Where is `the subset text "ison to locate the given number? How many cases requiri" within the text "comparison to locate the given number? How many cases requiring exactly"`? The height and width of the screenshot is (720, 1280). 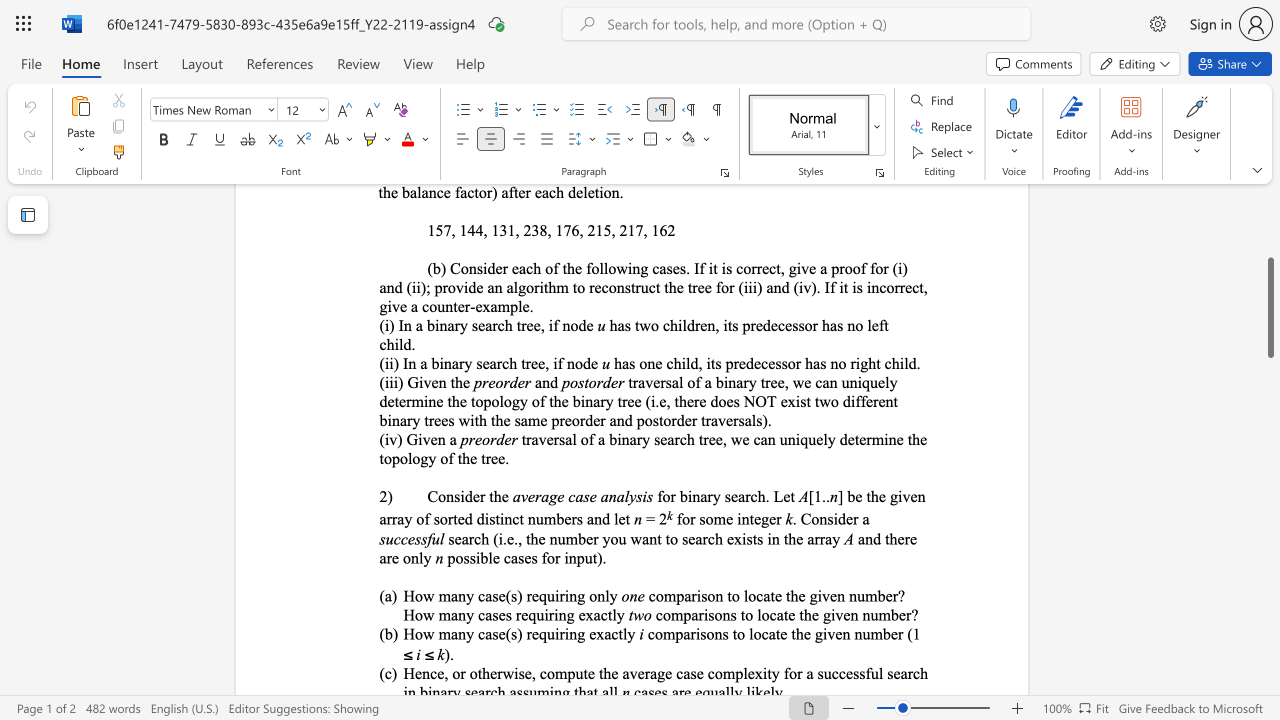
the subset text "ison to locate the given number? How many cases requiri" within the text "comparison to locate the given number? How many cases requiring exactly" is located at coordinates (696, 595).